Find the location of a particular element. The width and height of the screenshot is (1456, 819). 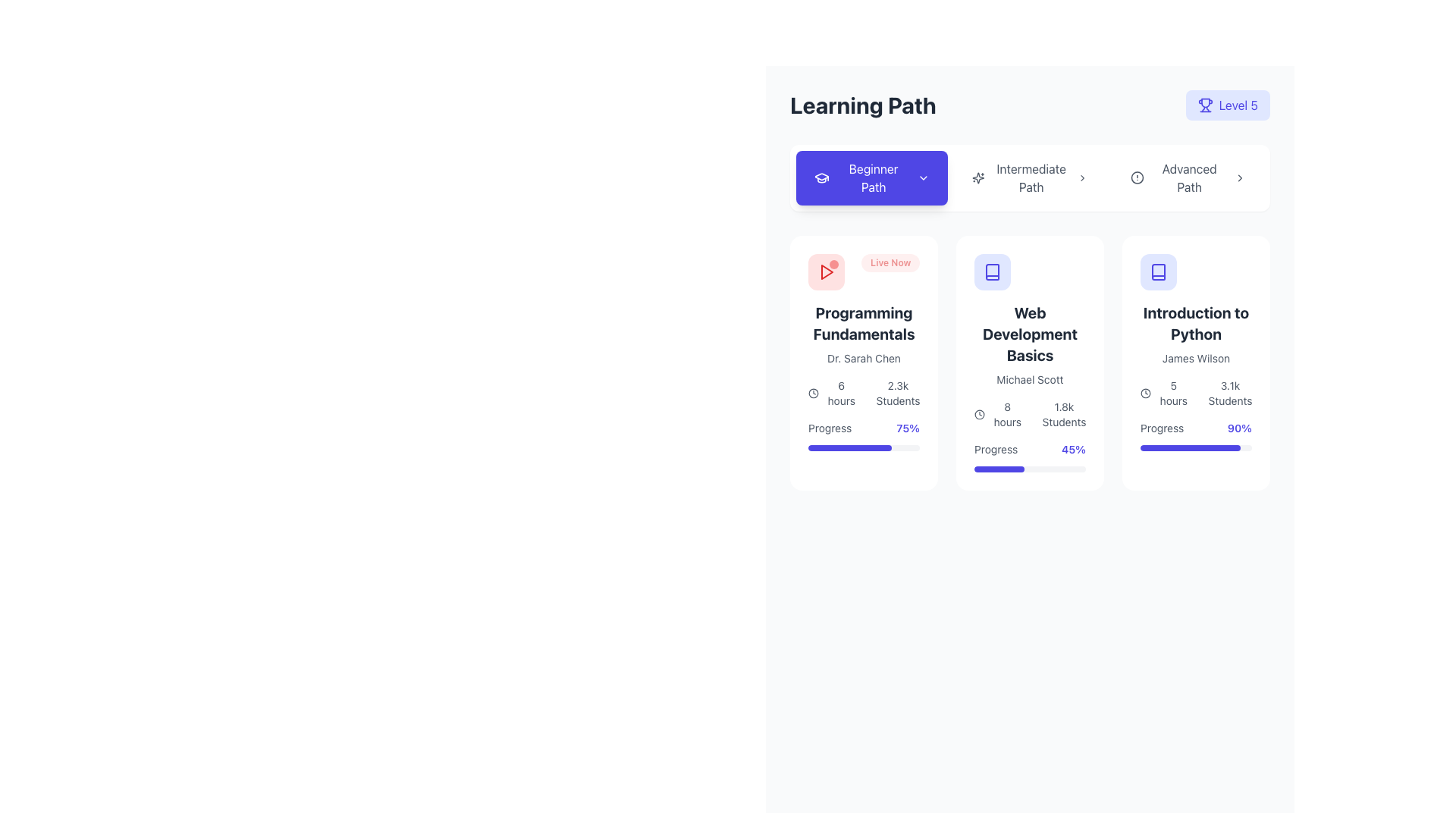

the rightmost Card component in the grid layout is located at coordinates (1195, 362).